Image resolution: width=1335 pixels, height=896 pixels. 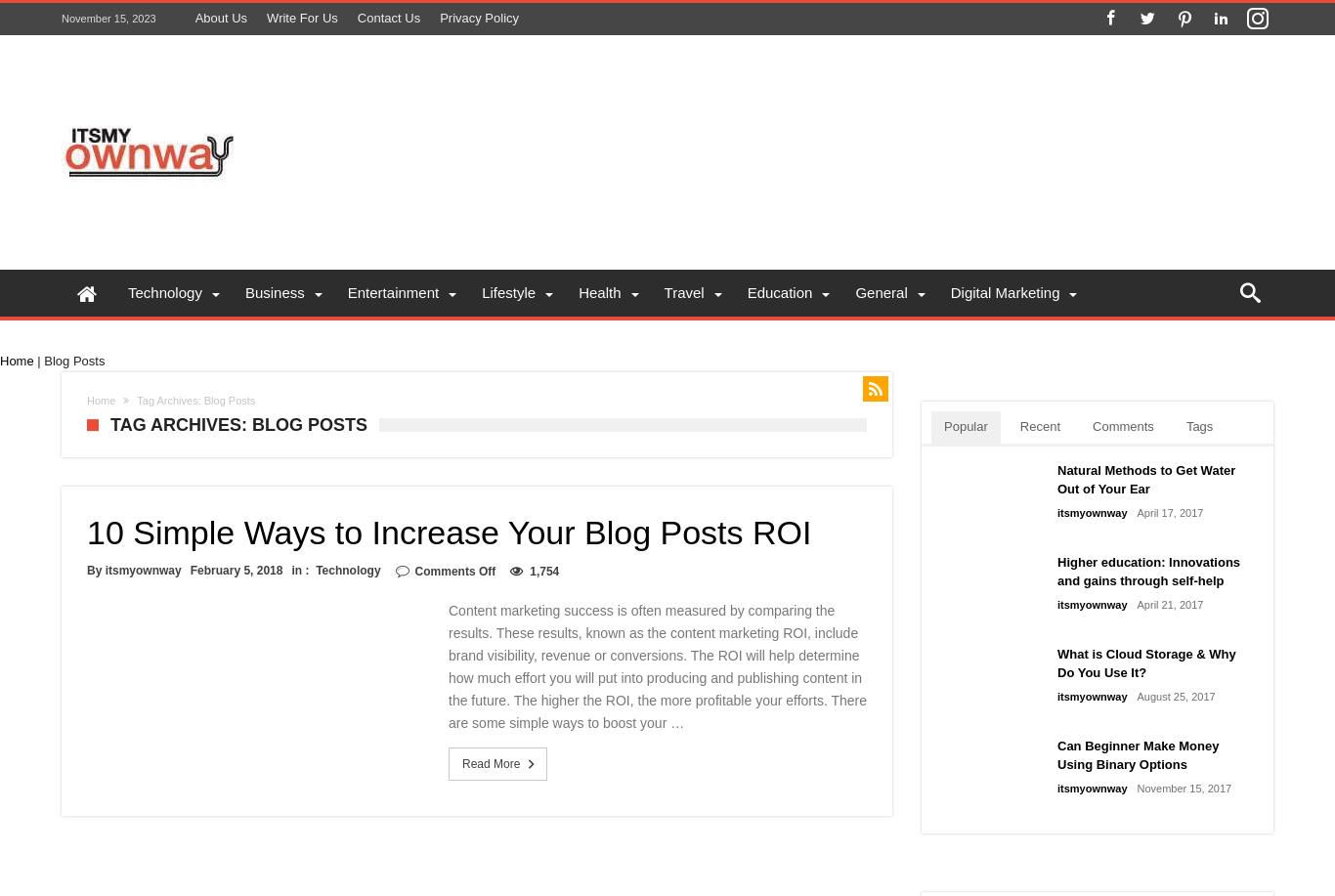 What do you see at coordinates (61, 18) in the screenshot?
I see `'November 15, 2023'` at bounding box center [61, 18].